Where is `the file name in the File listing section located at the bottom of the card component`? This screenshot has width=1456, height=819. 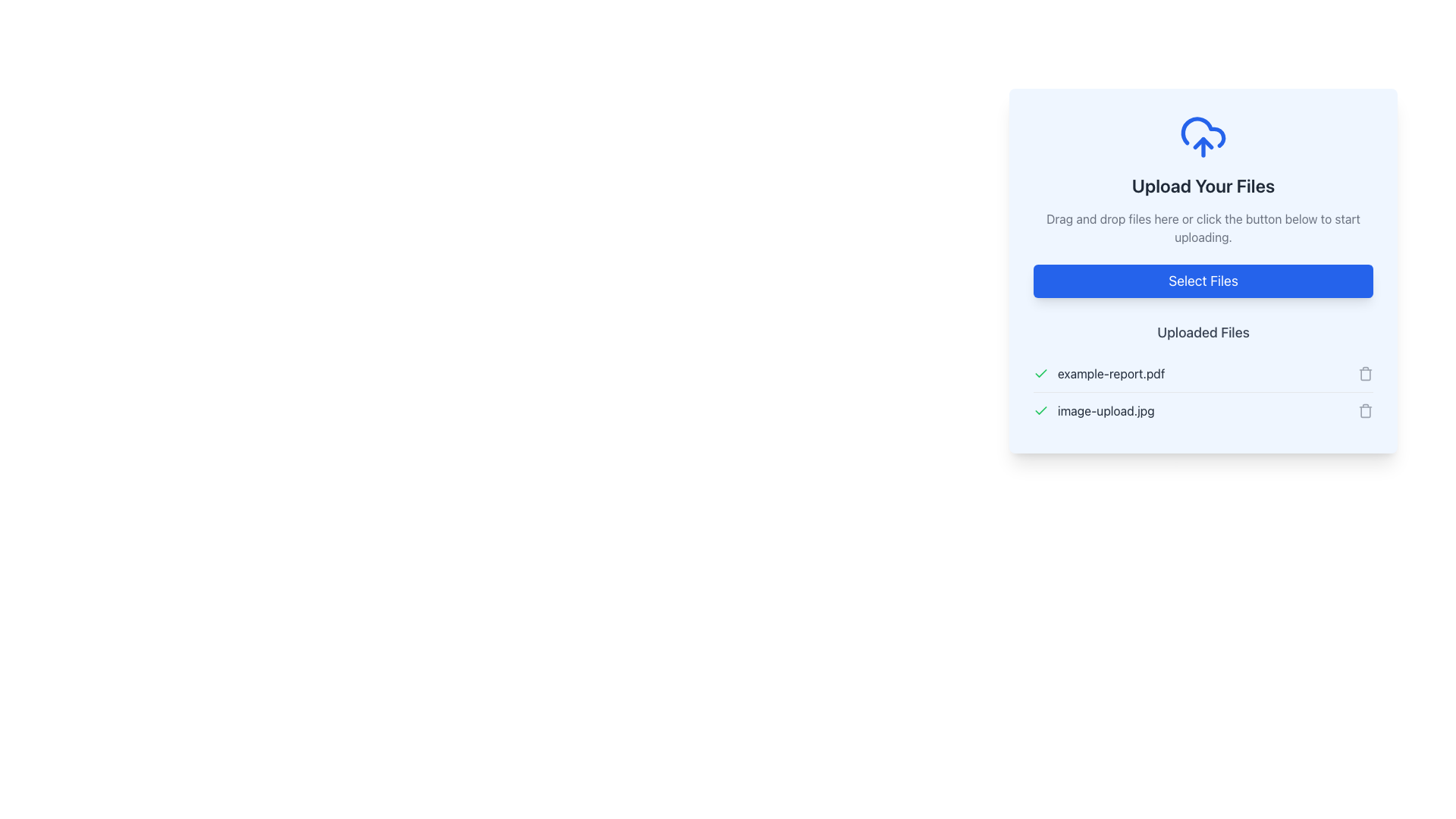 the file name in the File listing section located at the bottom of the card component is located at coordinates (1203, 375).